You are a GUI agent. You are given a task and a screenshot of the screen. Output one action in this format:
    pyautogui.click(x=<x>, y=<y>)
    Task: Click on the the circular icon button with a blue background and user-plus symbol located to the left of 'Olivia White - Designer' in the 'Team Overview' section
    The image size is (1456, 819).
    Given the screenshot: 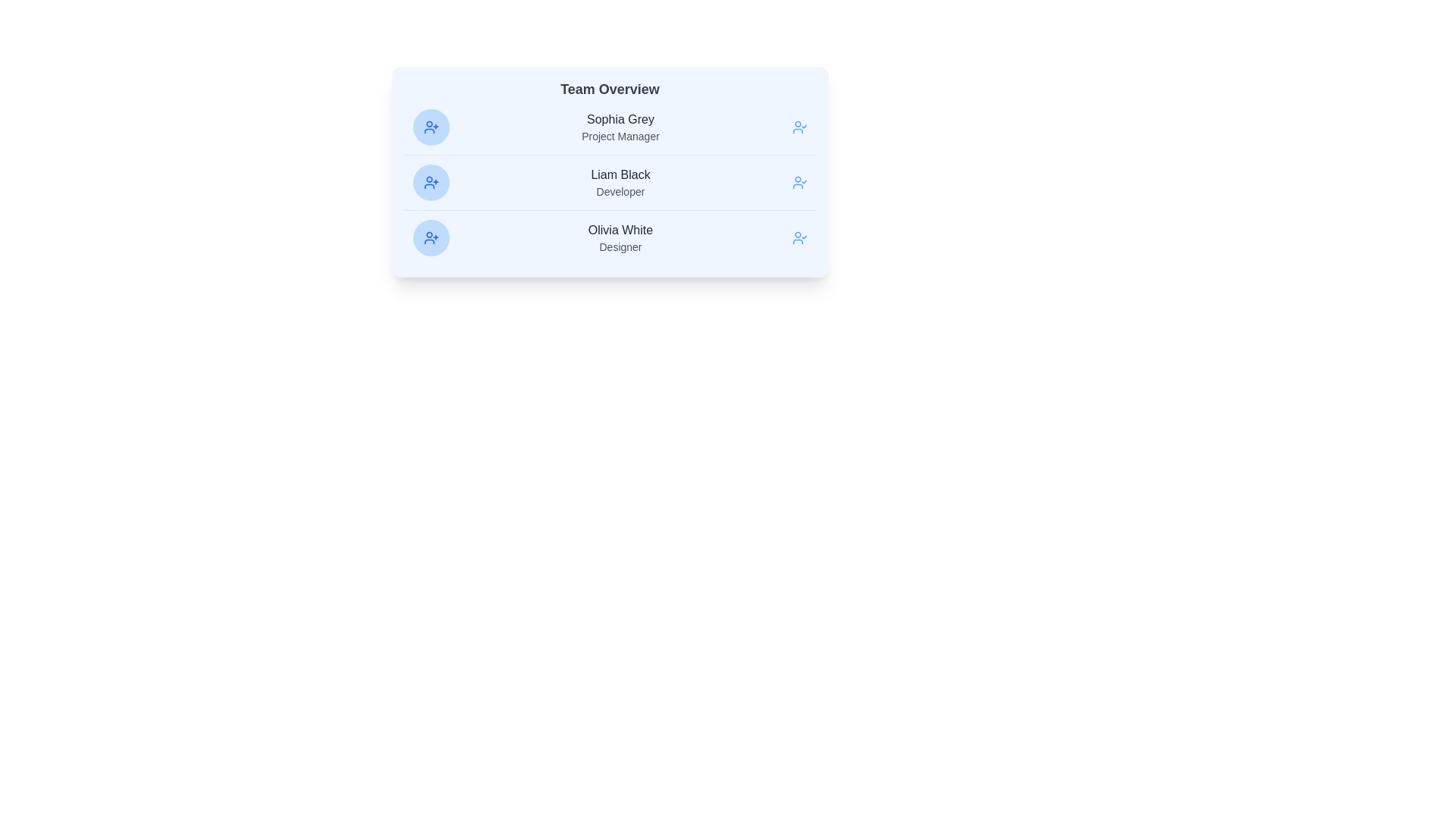 What is the action you would take?
    pyautogui.click(x=430, y=237)
    